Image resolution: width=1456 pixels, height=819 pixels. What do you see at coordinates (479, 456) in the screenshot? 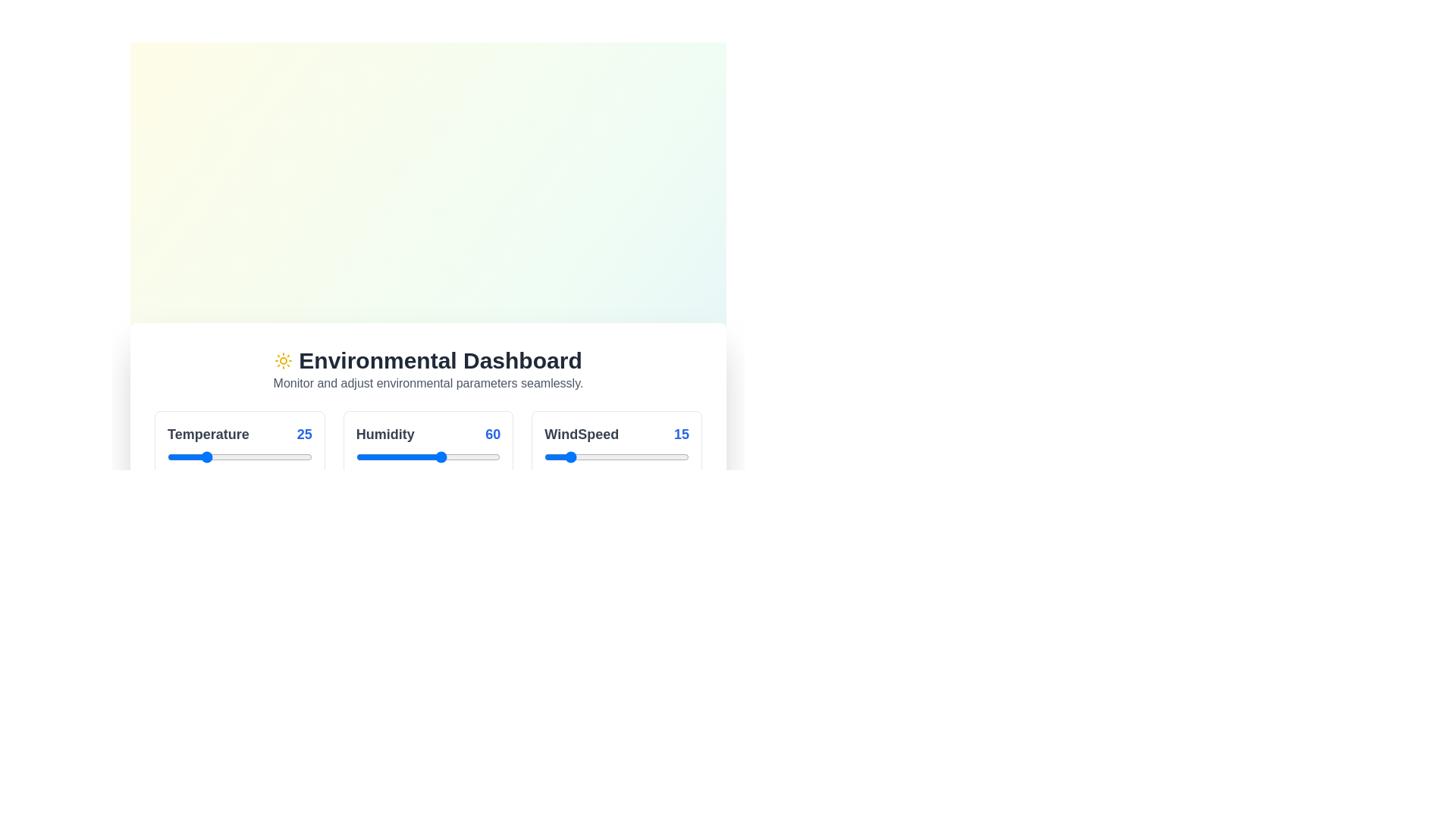
I see `the Humidity slider` at bounding box center [479, 456].